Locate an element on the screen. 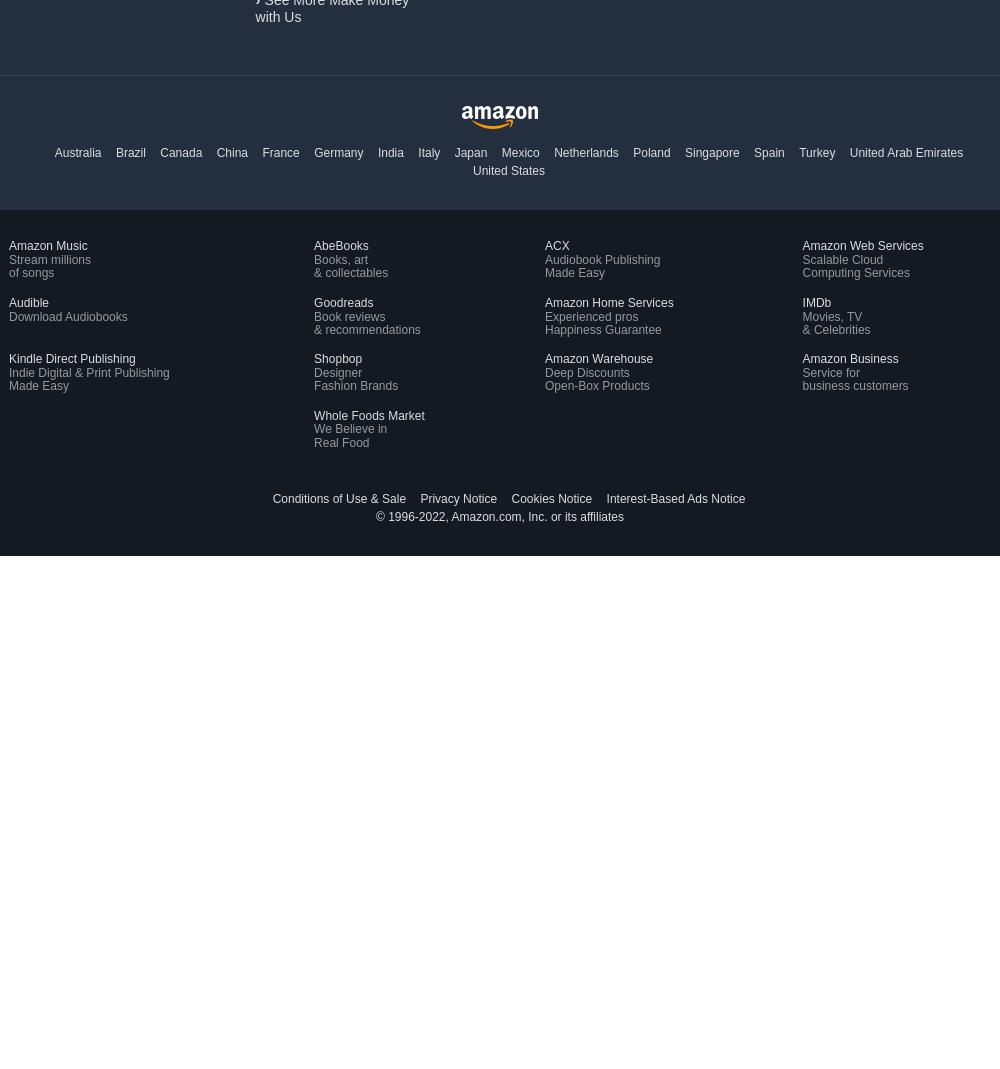 The height and width of the screenshot is (1069, 1000). 'Interest-Based Ads Notice' is located at coordinates (605, 498).